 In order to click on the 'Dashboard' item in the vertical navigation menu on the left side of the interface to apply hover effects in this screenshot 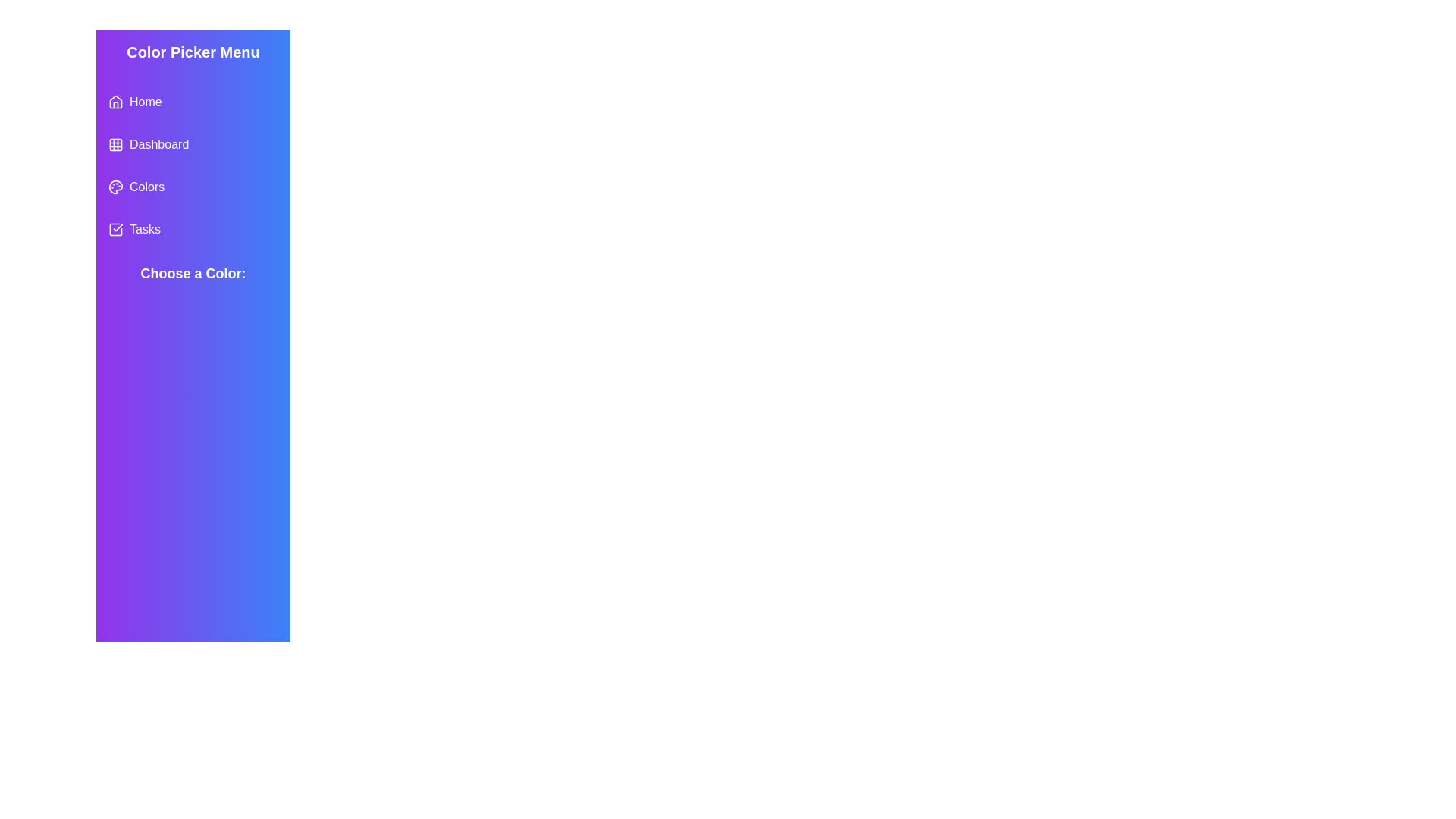, I will do `click(192, 145)`.